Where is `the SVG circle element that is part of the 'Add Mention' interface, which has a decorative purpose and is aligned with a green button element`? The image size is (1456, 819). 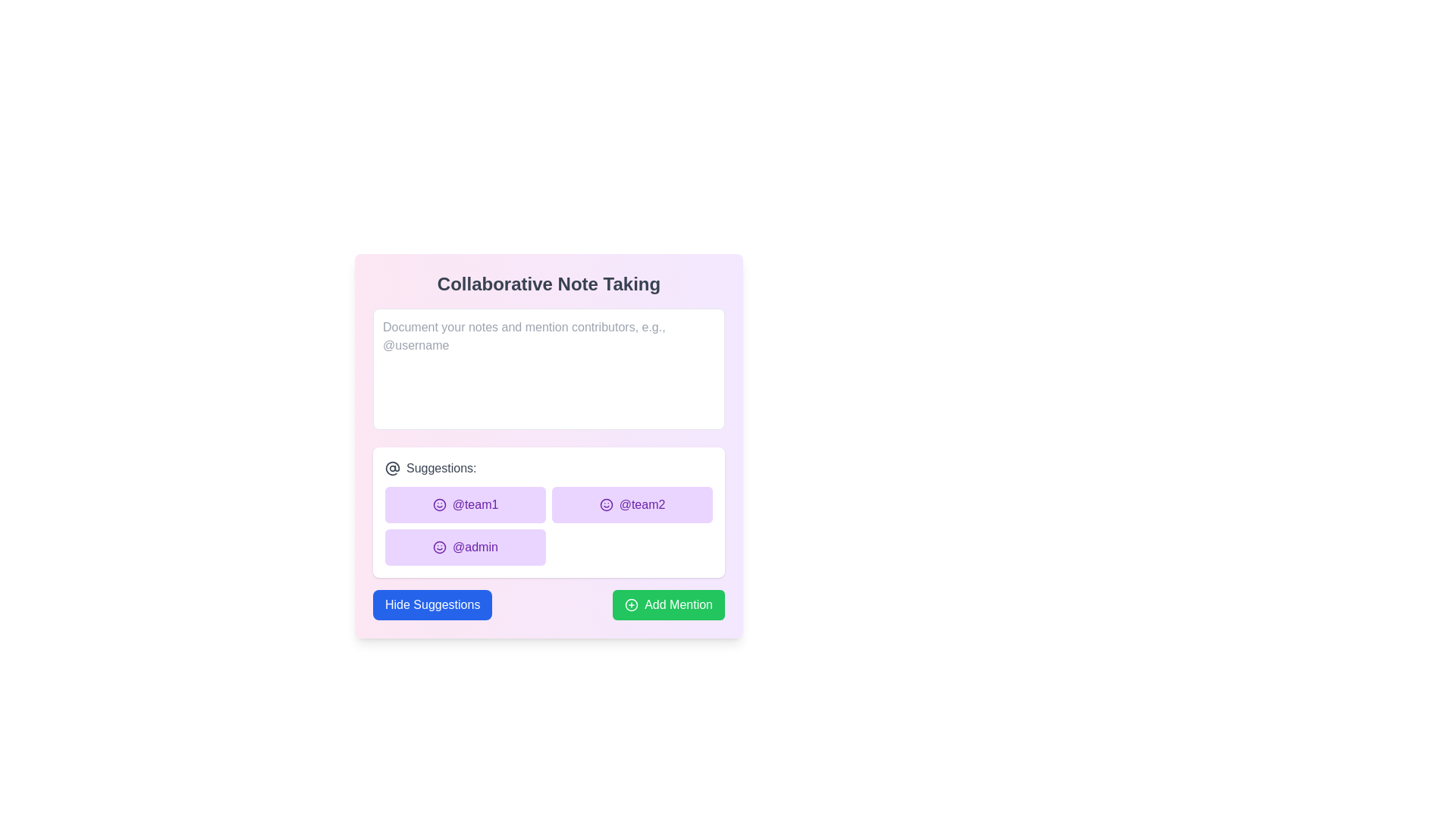 the SVG circle element that is part of the 'Add Mention' interface, which has a decorative purpose and is aligned with a green button element is located at coordinates (632, 604).